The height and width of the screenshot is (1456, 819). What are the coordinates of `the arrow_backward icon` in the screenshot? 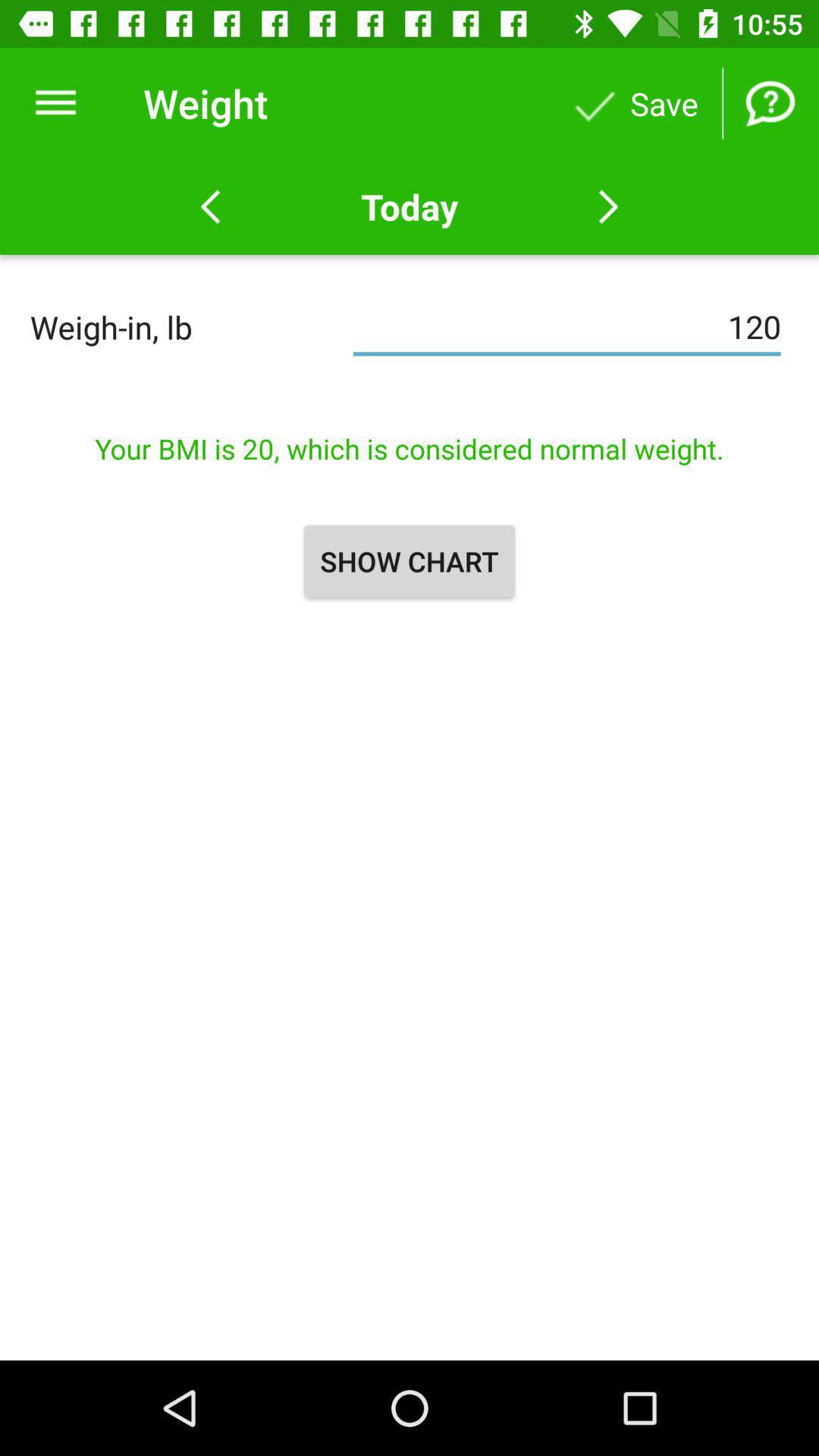 It's located at (210, 206).